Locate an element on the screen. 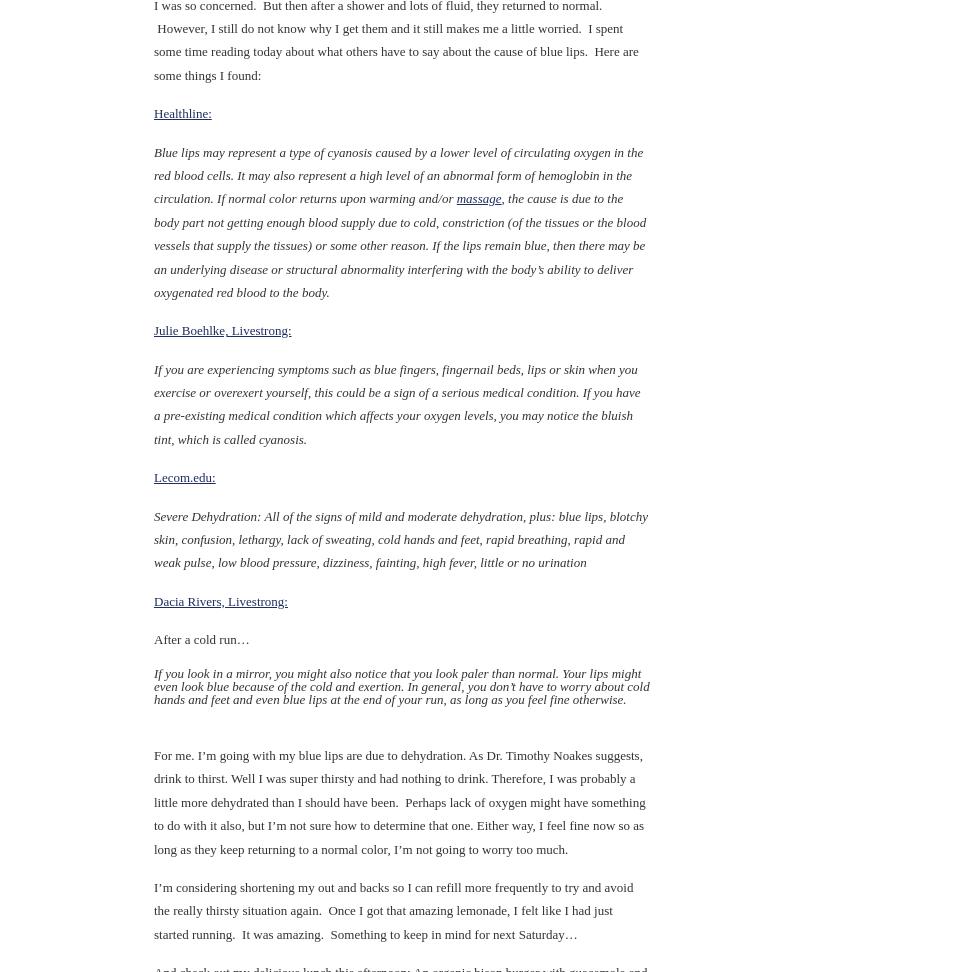 This screenshot has width=960, height=972. 'Blue lips may represent a type of cyanosis caused by a lower level of circulating oxygen in the red blood cells. It may also represent a high level of an abnormal form of hemoglobin in the circulation. If normal color returns upon warming and/or' is located at coordinates (397, 174).